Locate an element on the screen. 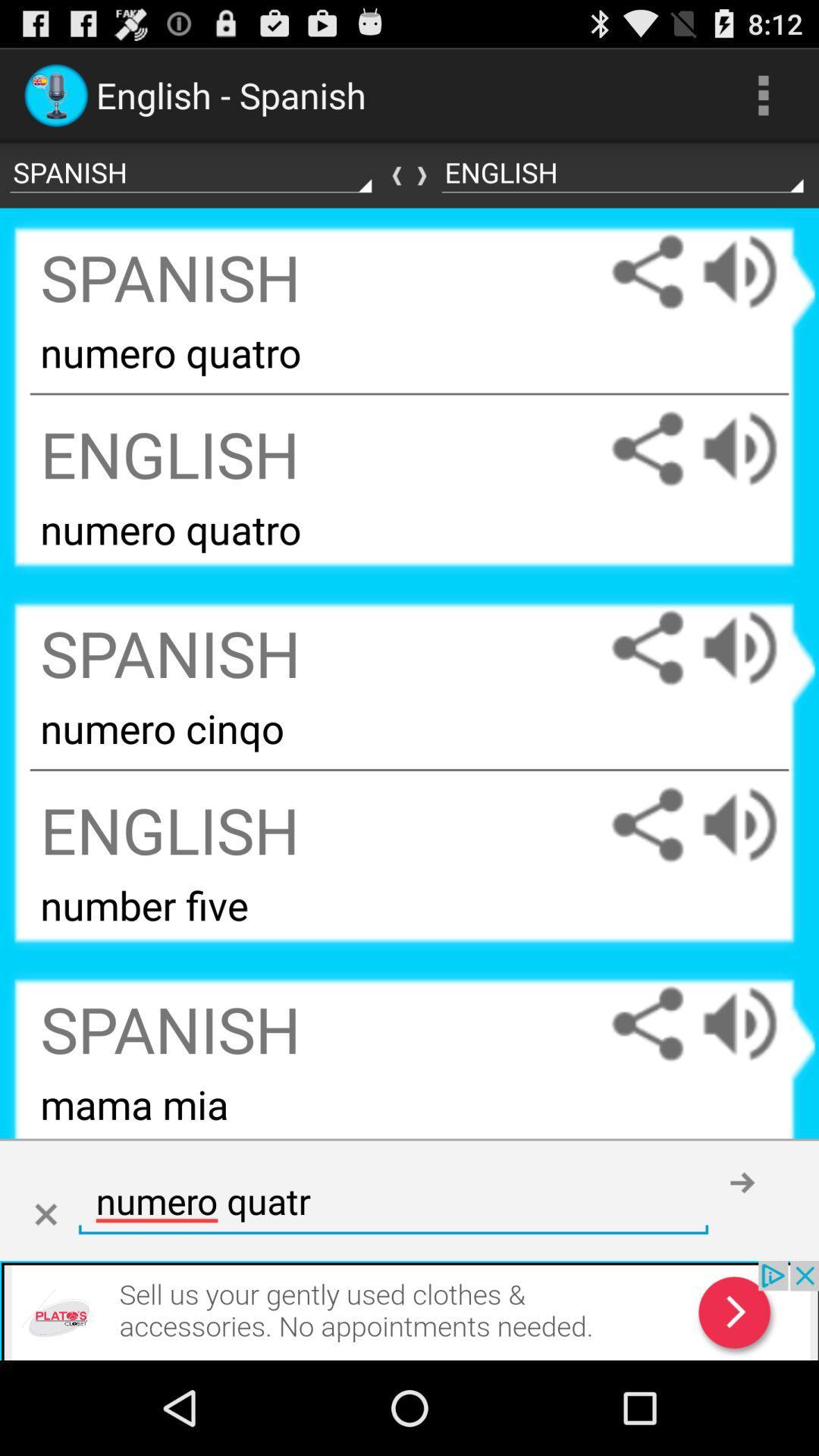  the share simple is located at coordinates (647, 824).